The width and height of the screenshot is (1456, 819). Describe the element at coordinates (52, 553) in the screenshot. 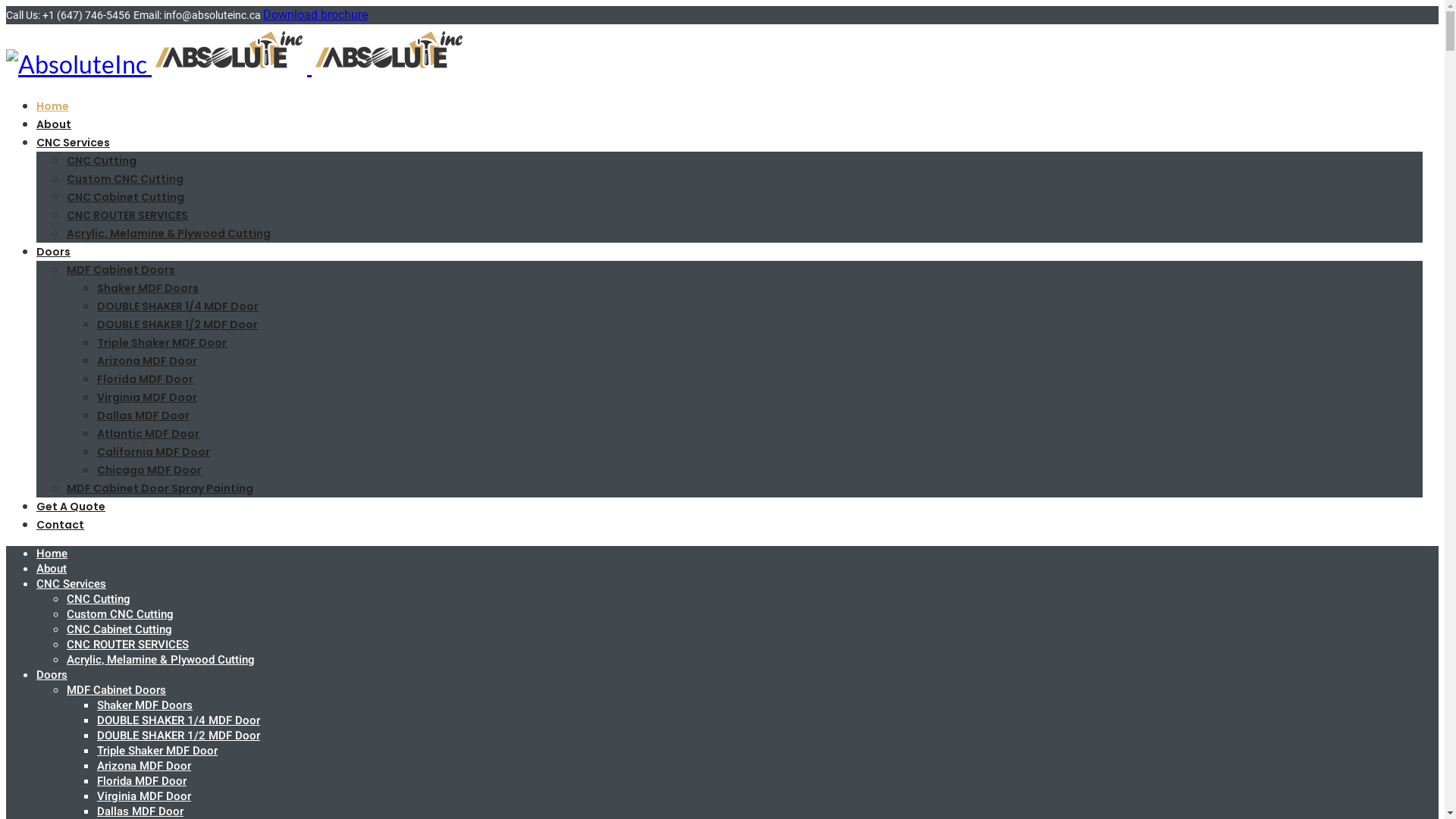

I see `'Home'` at that location.